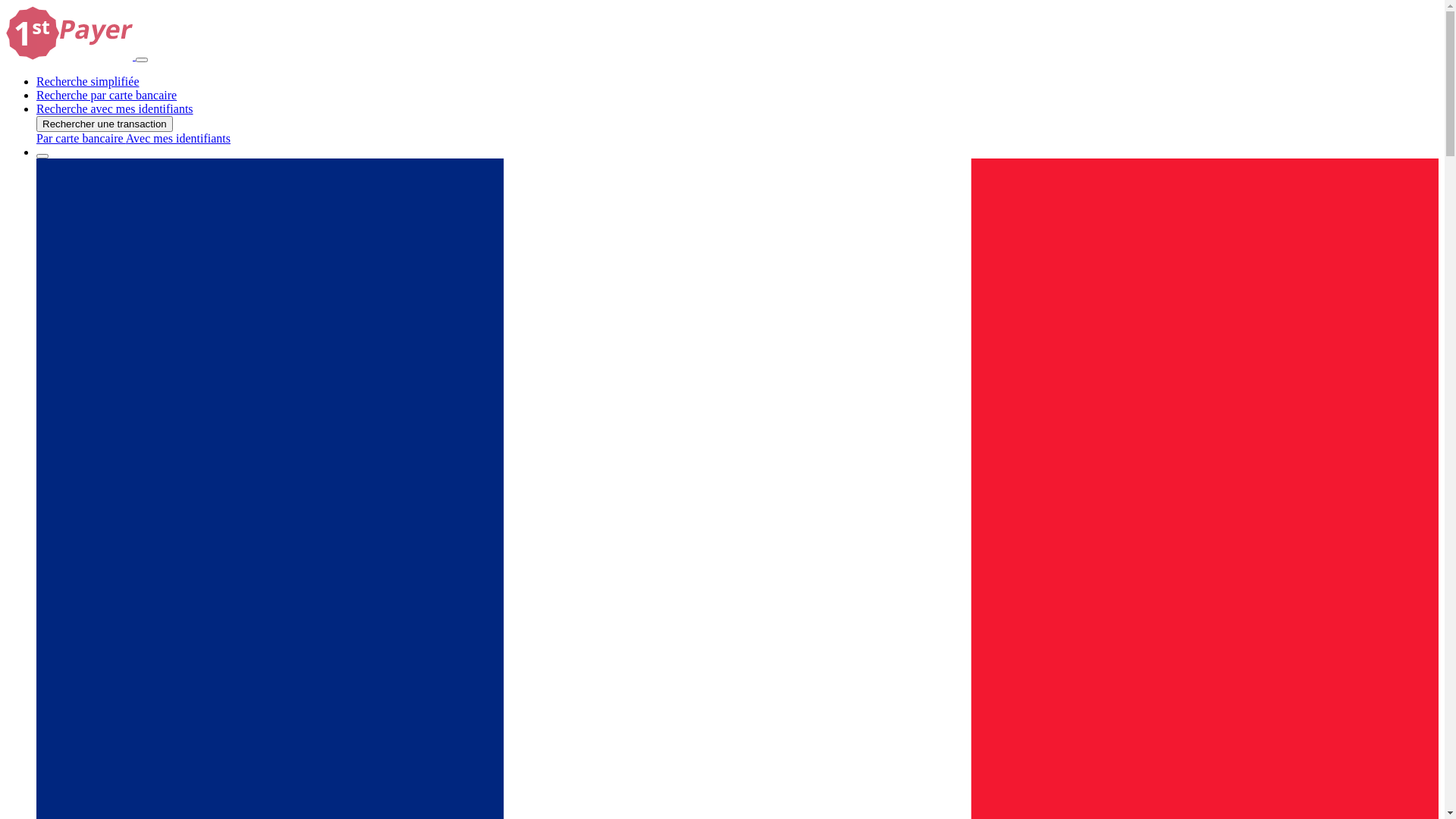  I want to click on 'Rechercher une transaction', so click(104, 123).